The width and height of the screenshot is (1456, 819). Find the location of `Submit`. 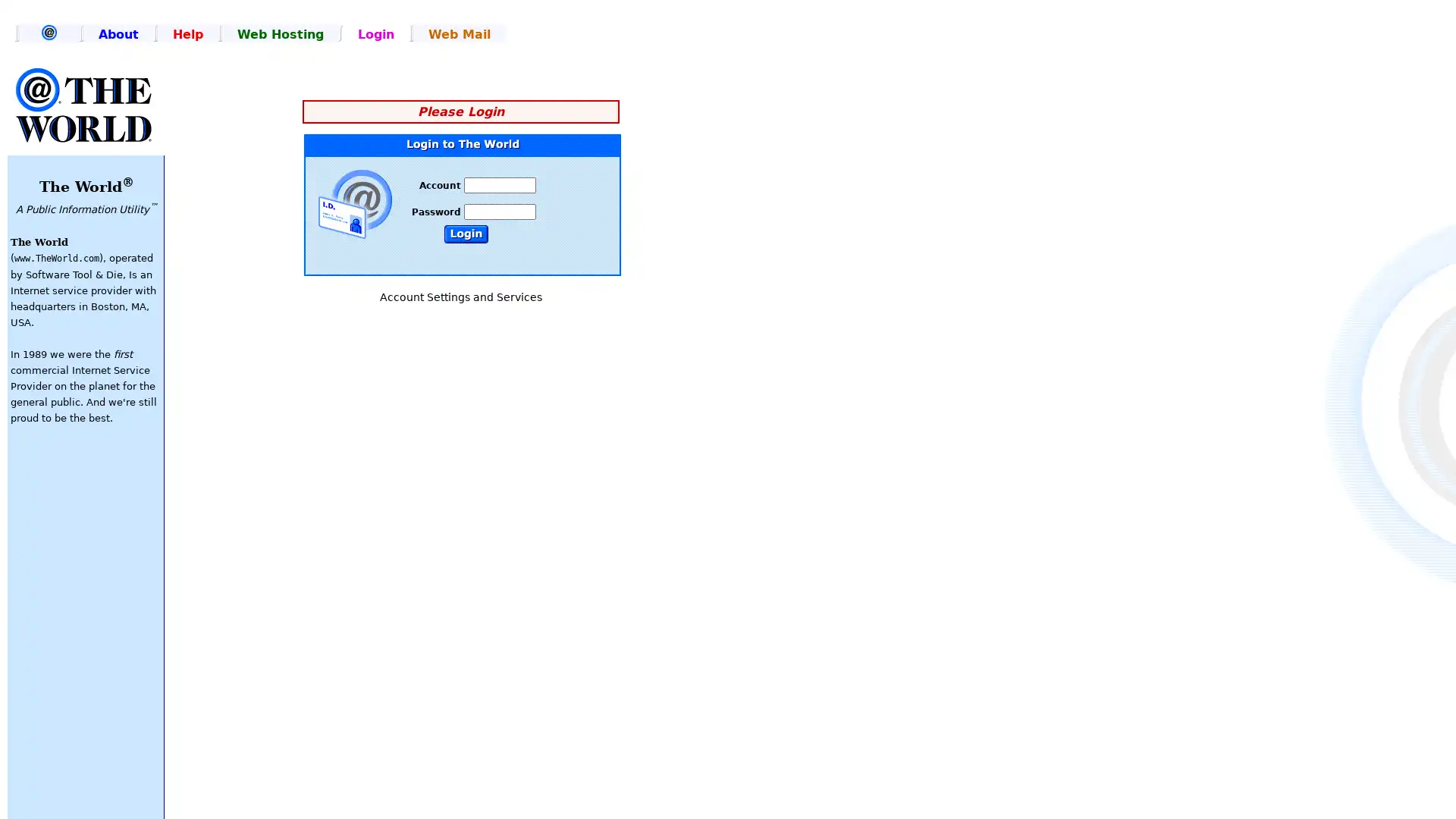

Submit is located at coordinates (465, 234).